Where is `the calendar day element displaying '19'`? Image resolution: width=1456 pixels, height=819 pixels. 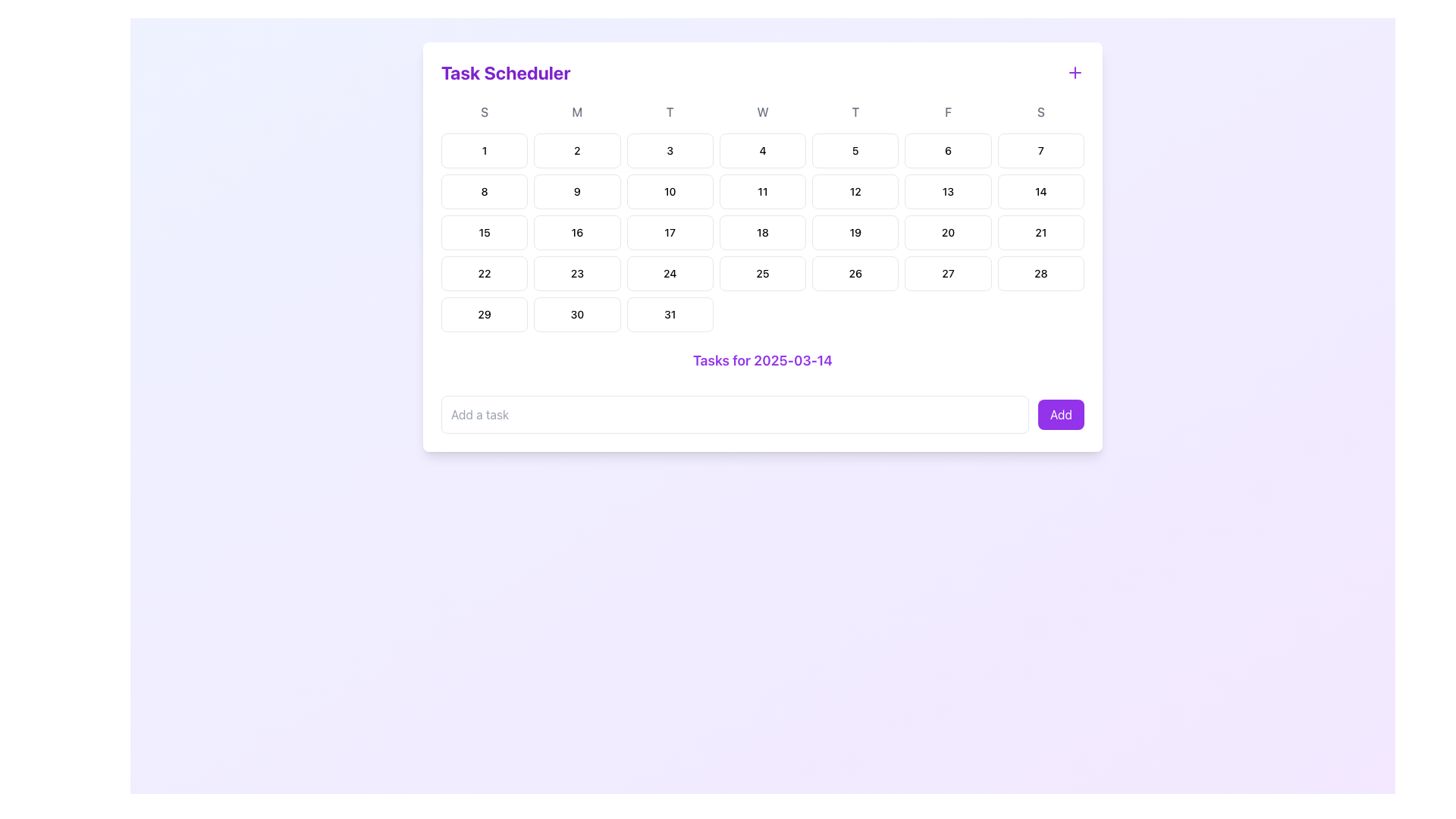
the calendar day element displaying '19' is located at coordinates (855, 233).